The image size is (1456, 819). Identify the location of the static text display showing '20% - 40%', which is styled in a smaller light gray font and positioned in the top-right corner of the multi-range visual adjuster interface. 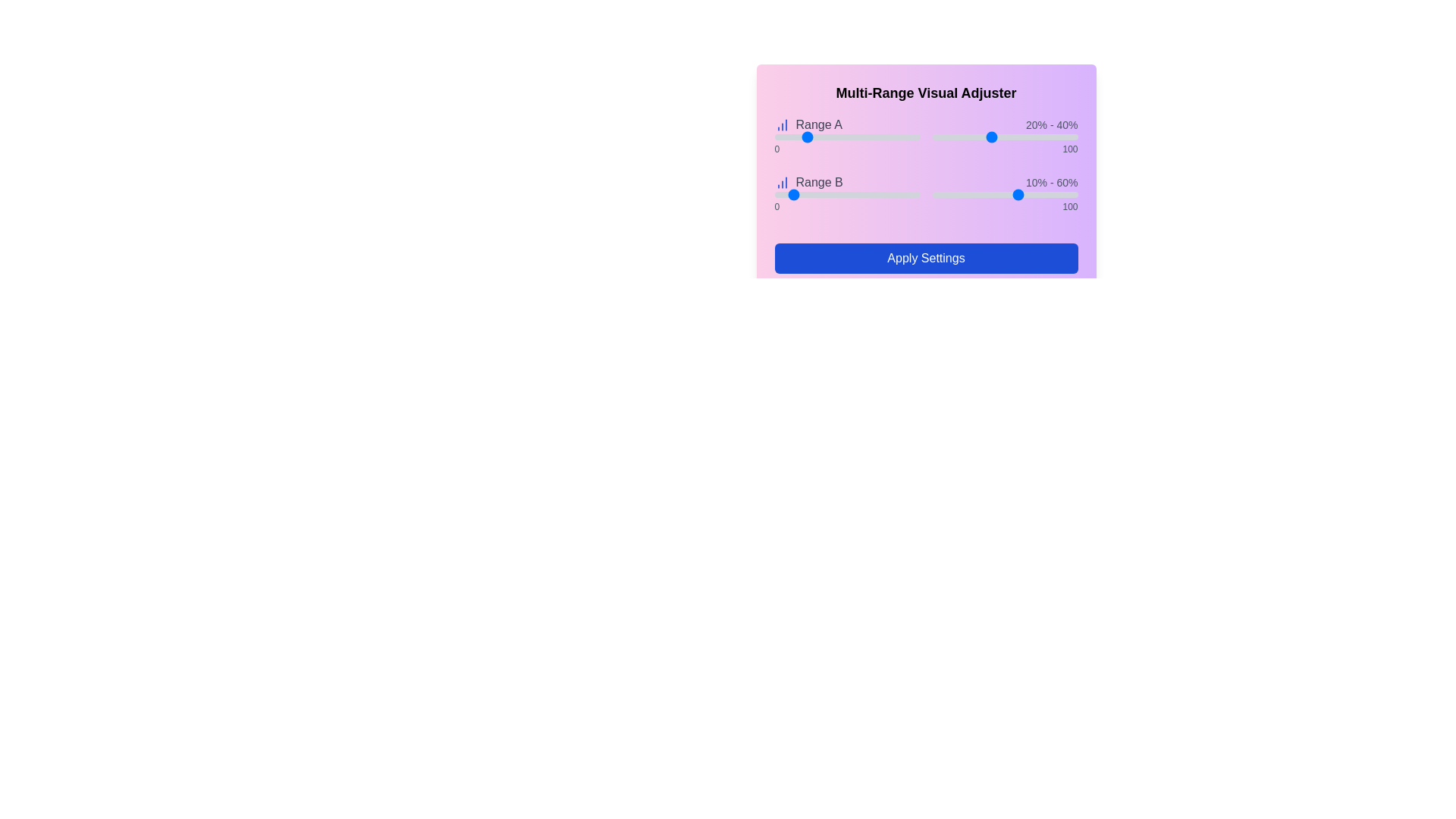
(1051, 124).